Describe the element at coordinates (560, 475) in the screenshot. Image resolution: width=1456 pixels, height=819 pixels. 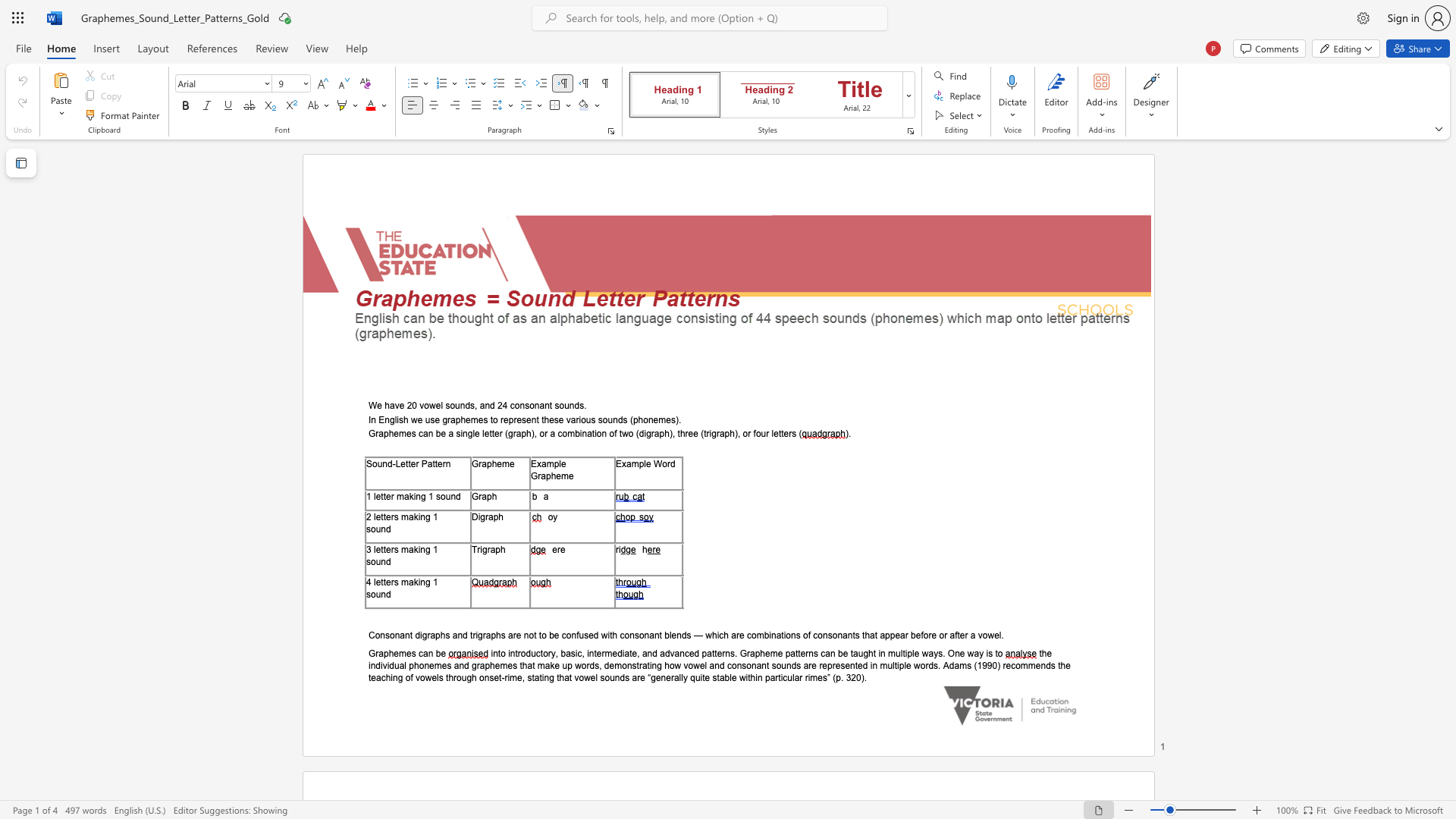
I see `the subset text "me" within the text "Example Grapheme"` at that location.